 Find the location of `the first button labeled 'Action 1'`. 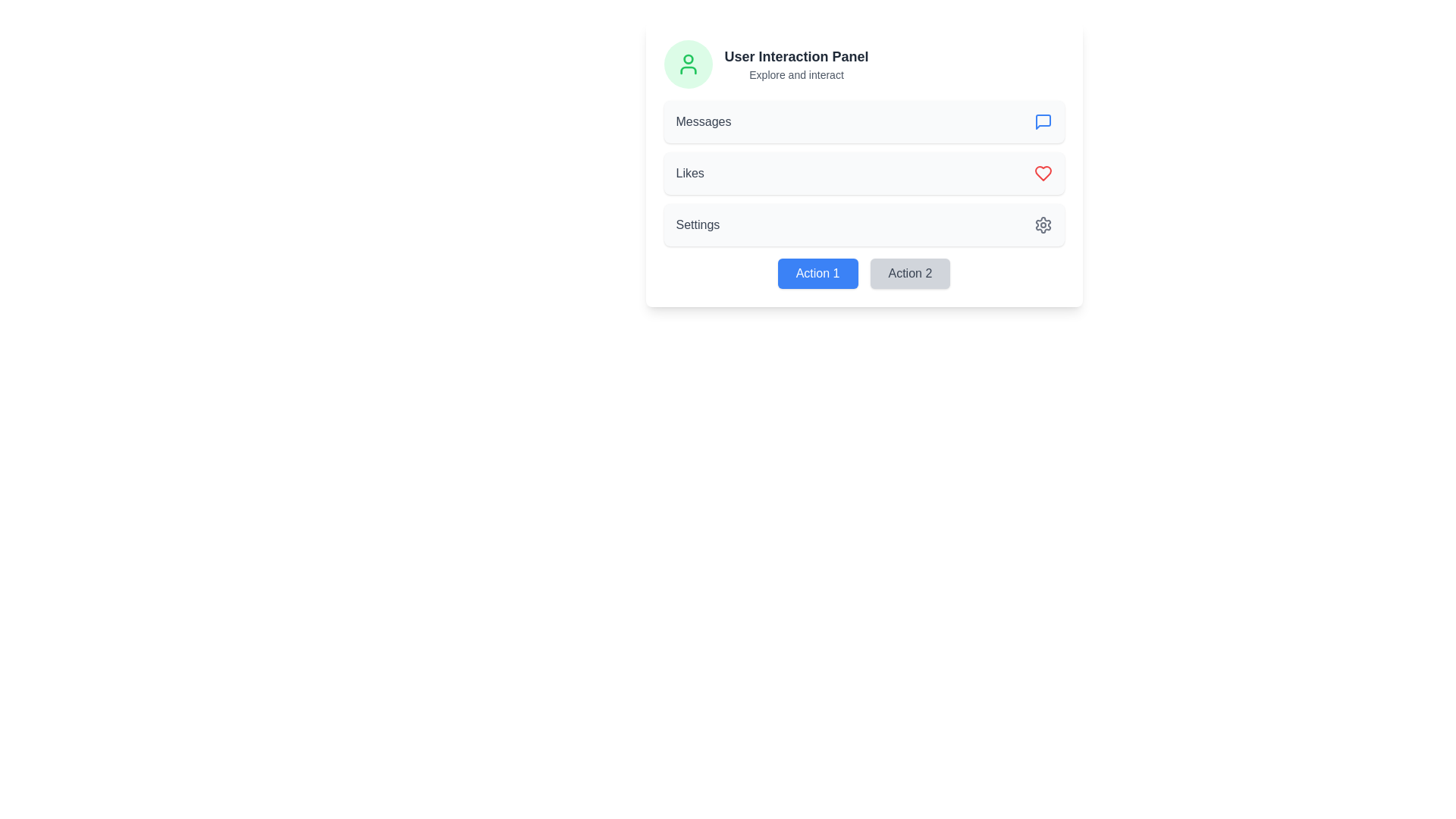

the first button labeled 'Action 1' is located at coordinates (817, 274).